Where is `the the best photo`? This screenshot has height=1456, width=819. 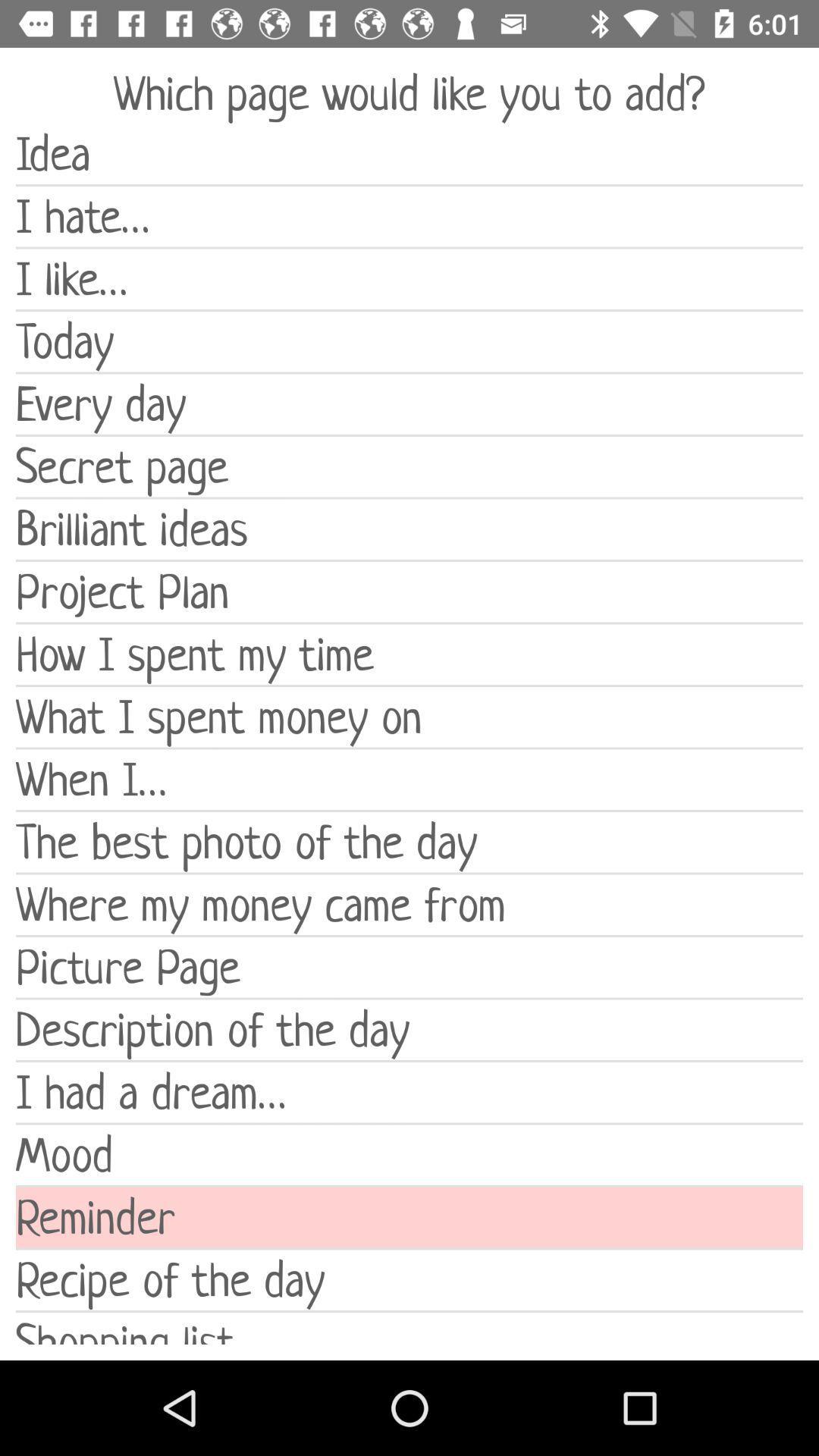
the the best photo is located at coordinates (409, 841).